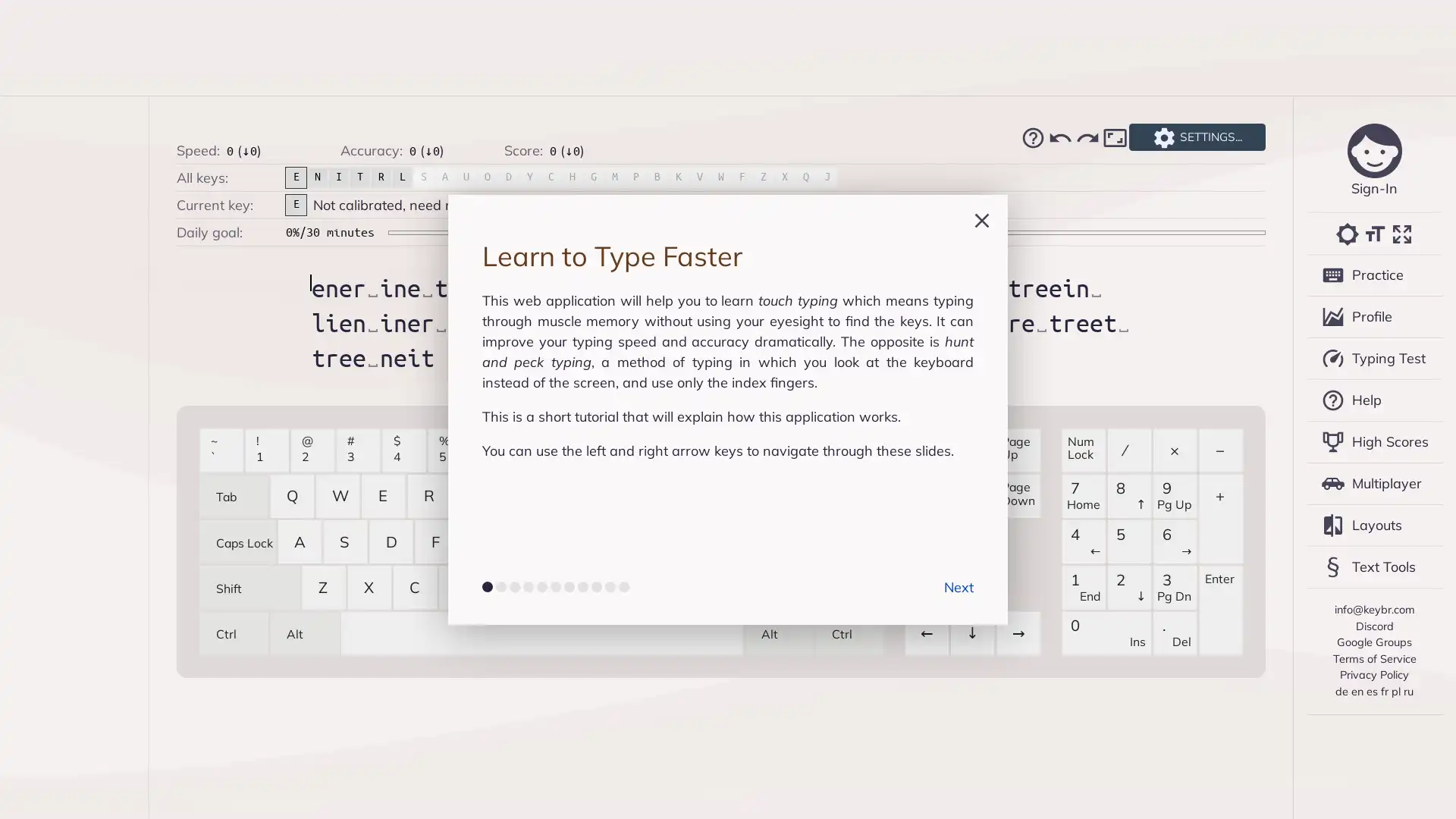 The width and height of the screenshot is (1456, 819). Describe the element at coordinates (1401, 234) in the screenshot. I see `Enter full-screen mode.` at that location.